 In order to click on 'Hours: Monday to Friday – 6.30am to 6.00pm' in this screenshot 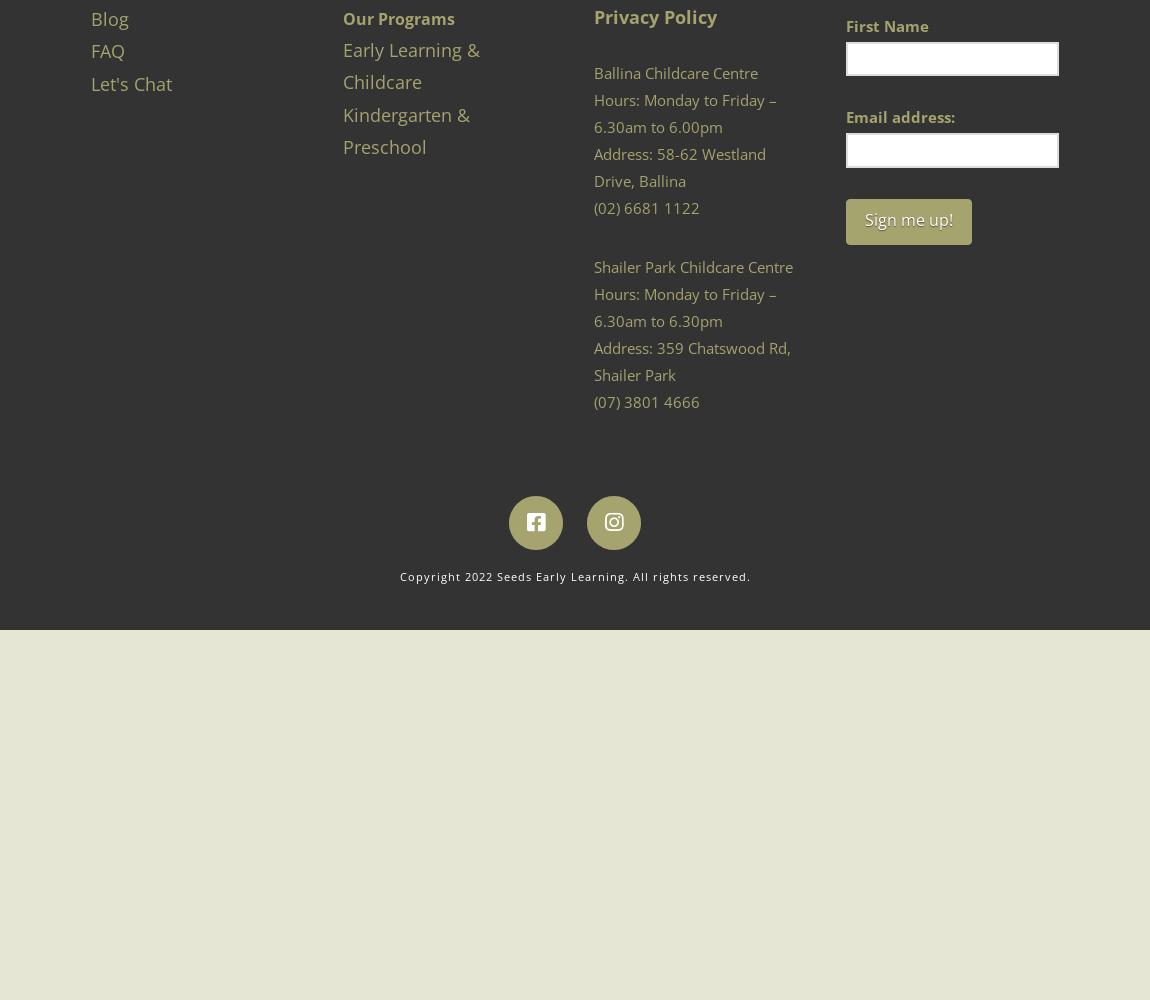, I will do `click(684, 111)`.